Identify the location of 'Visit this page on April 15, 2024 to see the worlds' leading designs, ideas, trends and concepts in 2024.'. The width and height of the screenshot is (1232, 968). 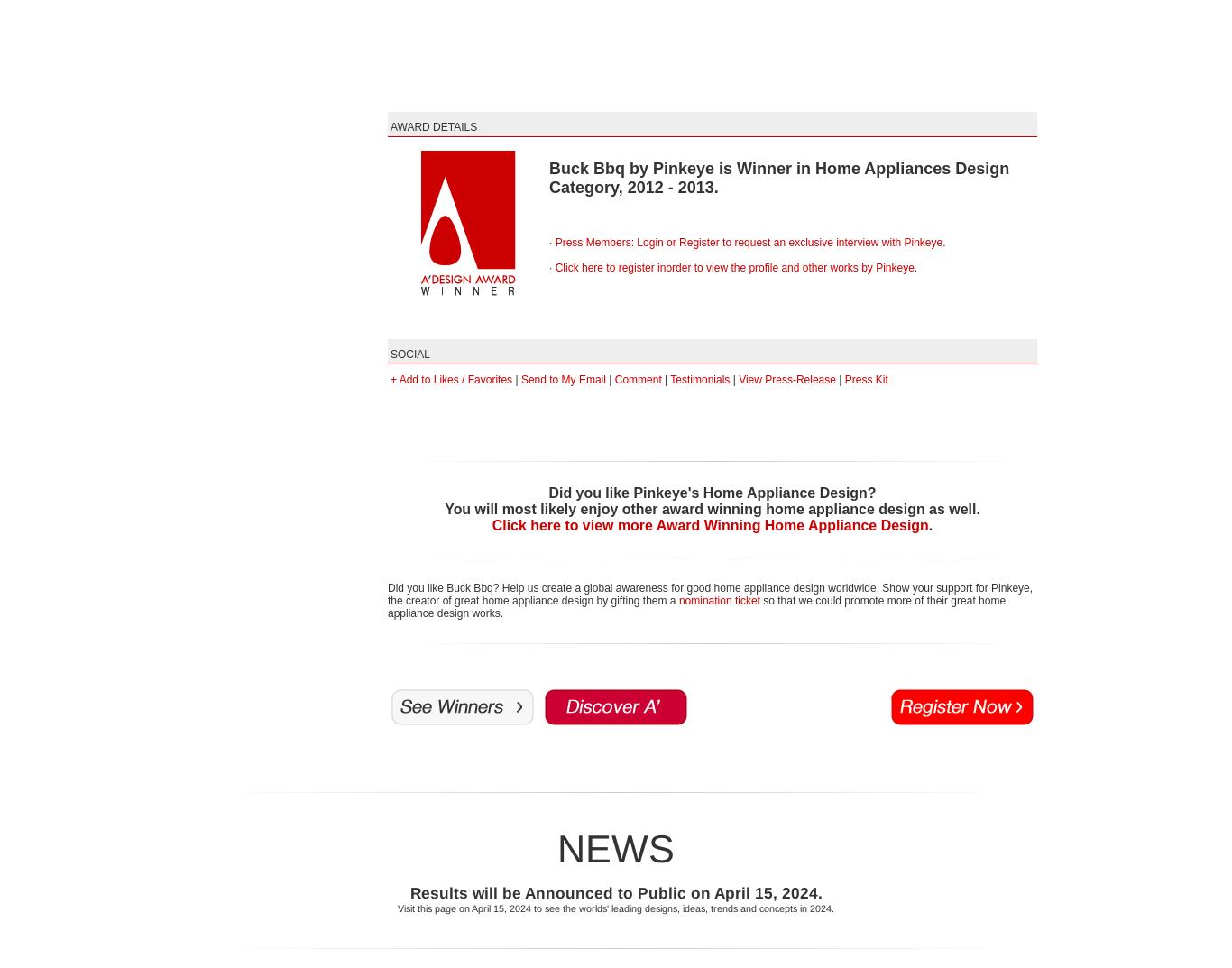
(616, 908).